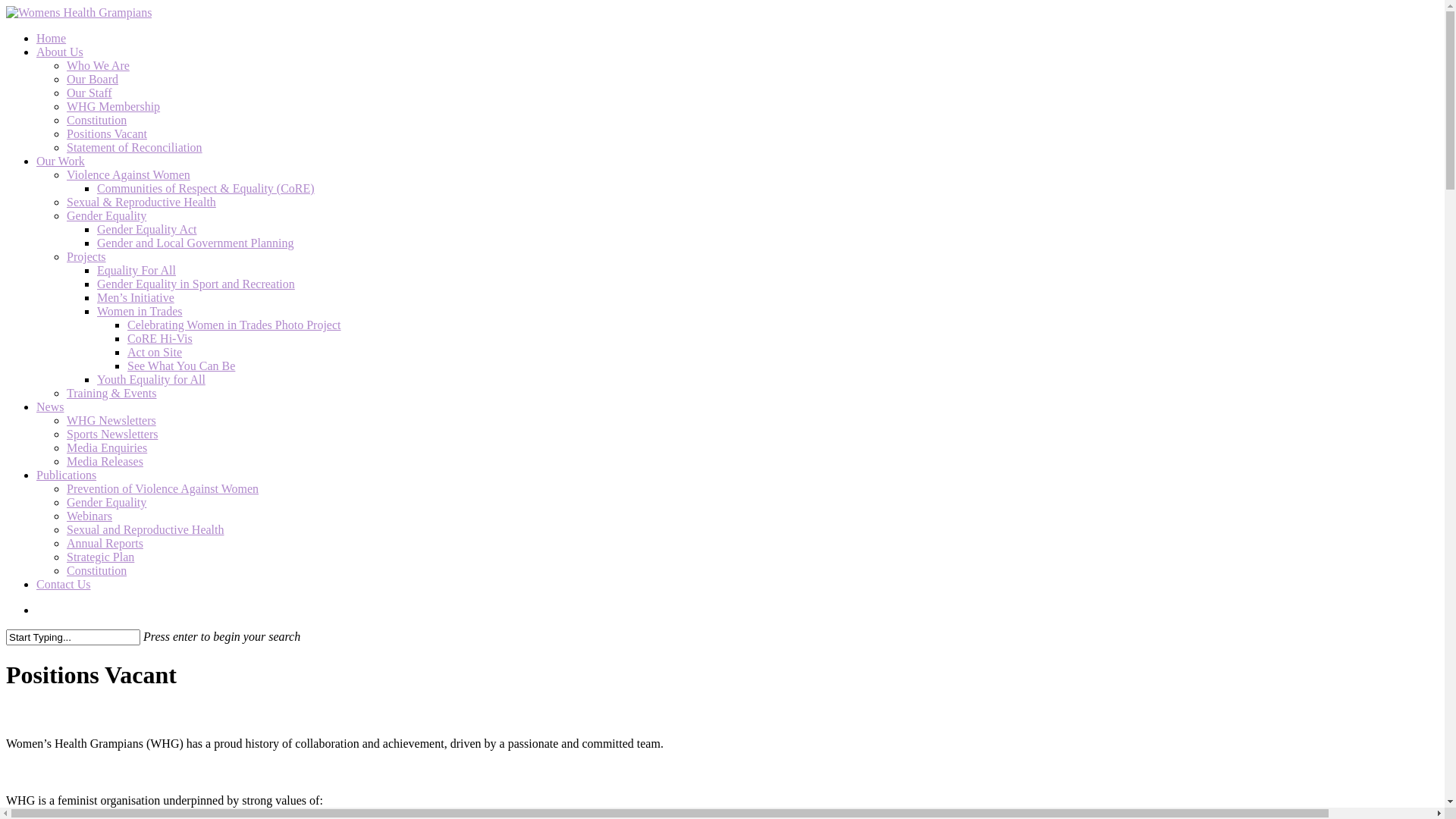  What do you see at coordinates (36, 161) in the screenshot?
I see `'Our Work'` at bounding box center [36, 161].